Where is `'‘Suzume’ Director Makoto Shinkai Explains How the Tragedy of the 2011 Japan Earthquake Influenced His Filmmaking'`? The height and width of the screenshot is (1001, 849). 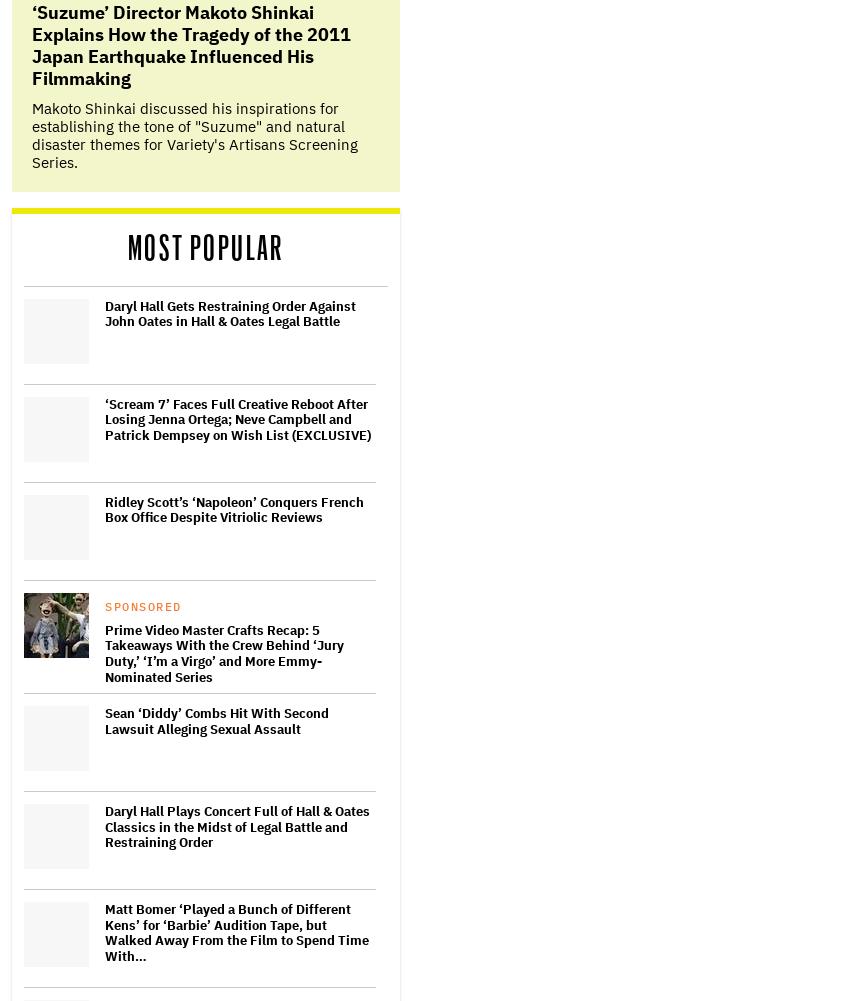 '‘Suzume’ Director Makoto Shinkai Explains How the Tragedy of the 2011 Japan Earthquake Influenced His Filmmaking' is located at coordinates (190, 45).